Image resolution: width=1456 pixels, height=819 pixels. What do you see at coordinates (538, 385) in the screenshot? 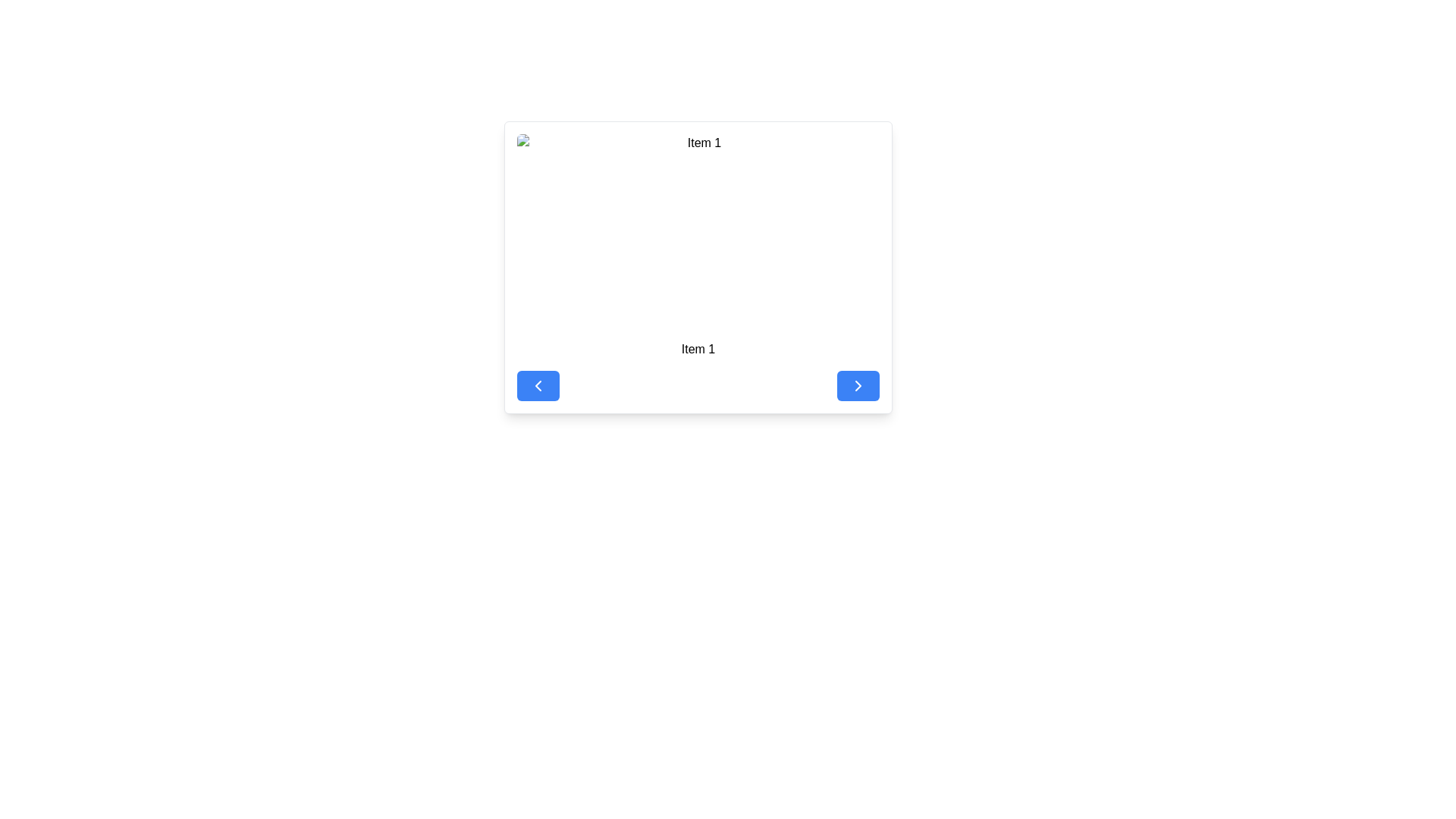
I see `the left-pointing arrow icon, which resembles a chevron or triangle-point arrowhead, located within the blue button box at the bottom-left corner of the layout` at bounding box center [538, 385].